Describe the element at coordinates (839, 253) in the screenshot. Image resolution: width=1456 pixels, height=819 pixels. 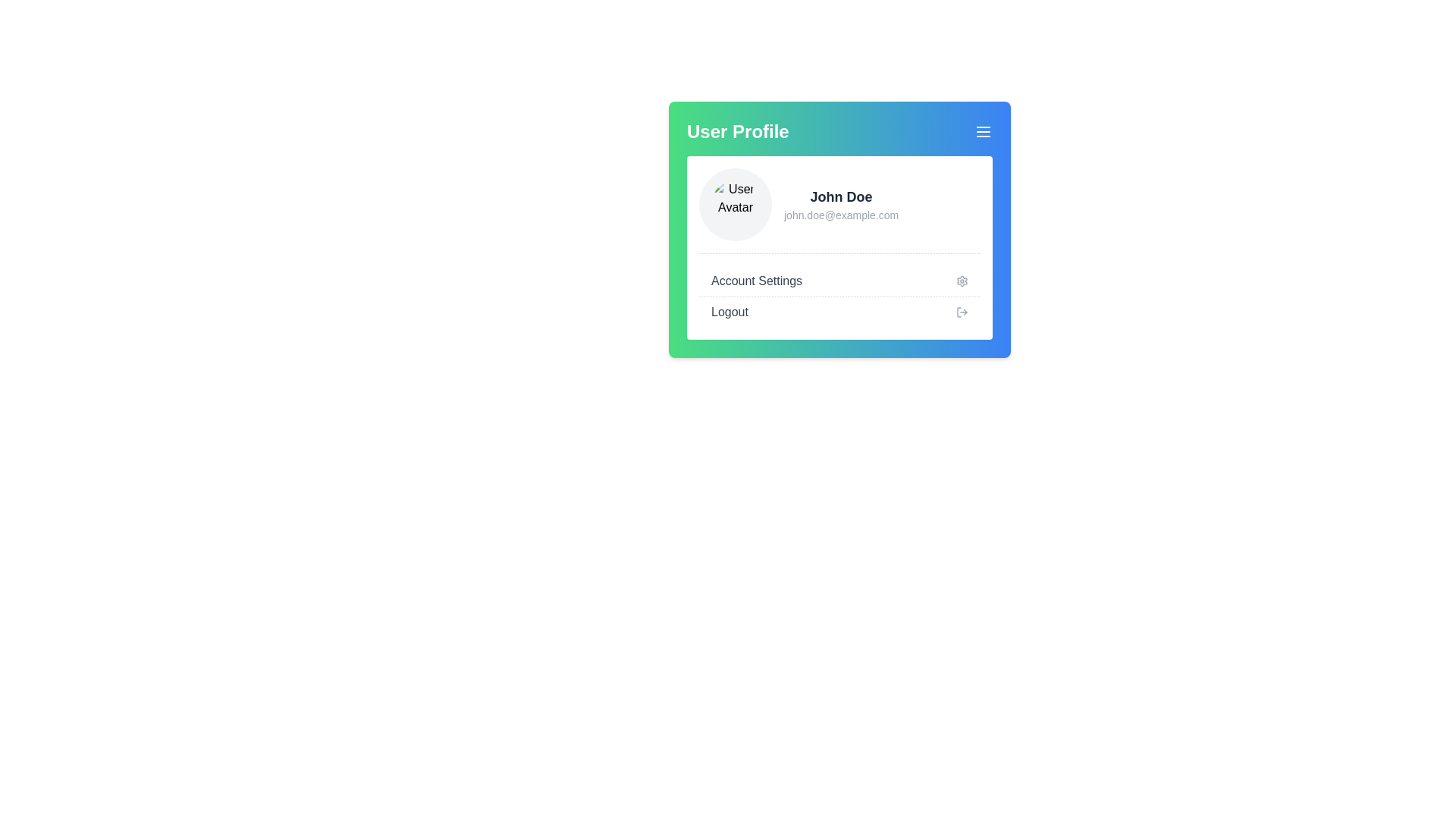
I see `the Divider element that visually separates the user's profile information from the list of actionable items below it` at that location.